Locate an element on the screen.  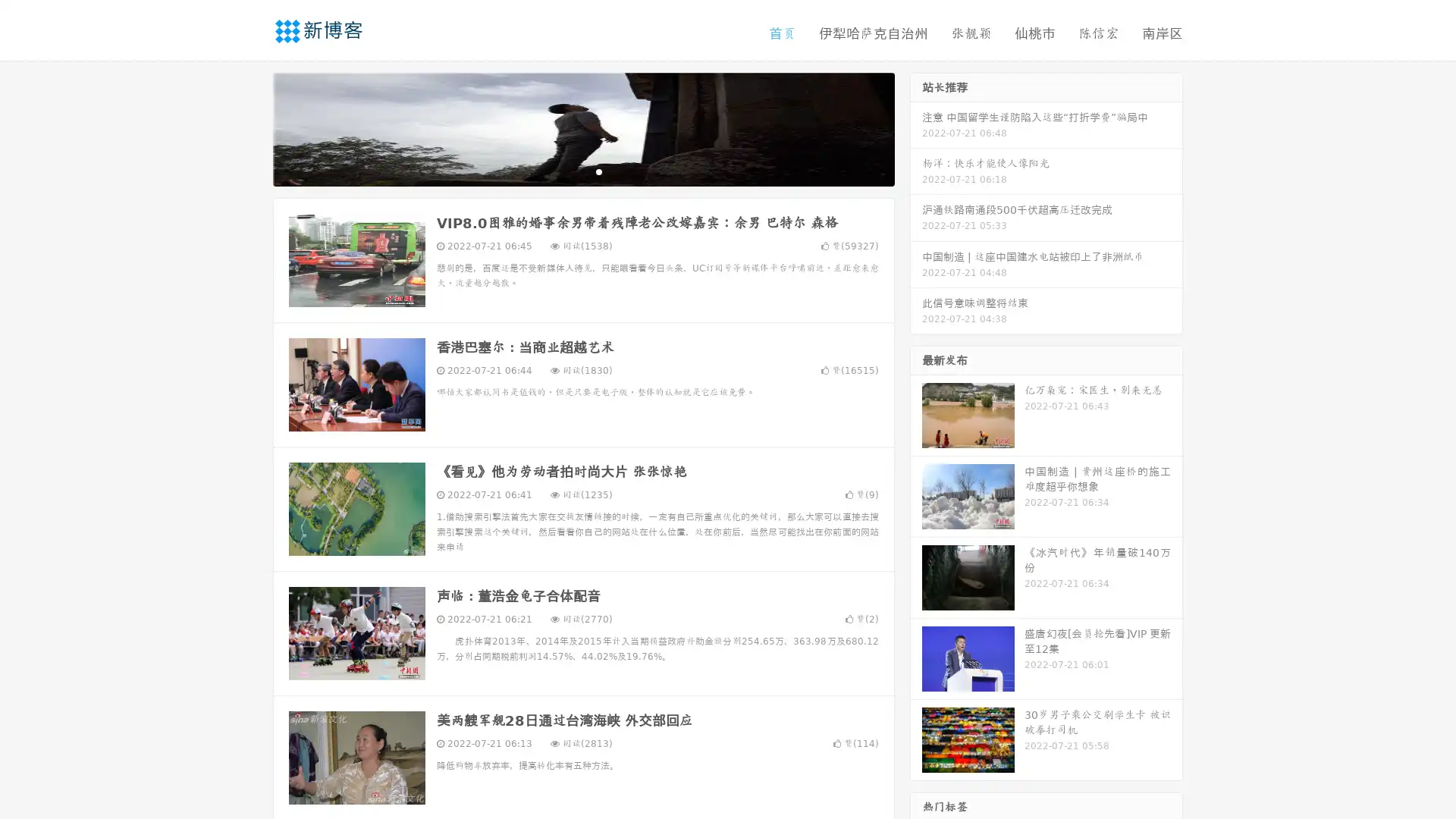
Previous slide is located at coordinates (250, 127).